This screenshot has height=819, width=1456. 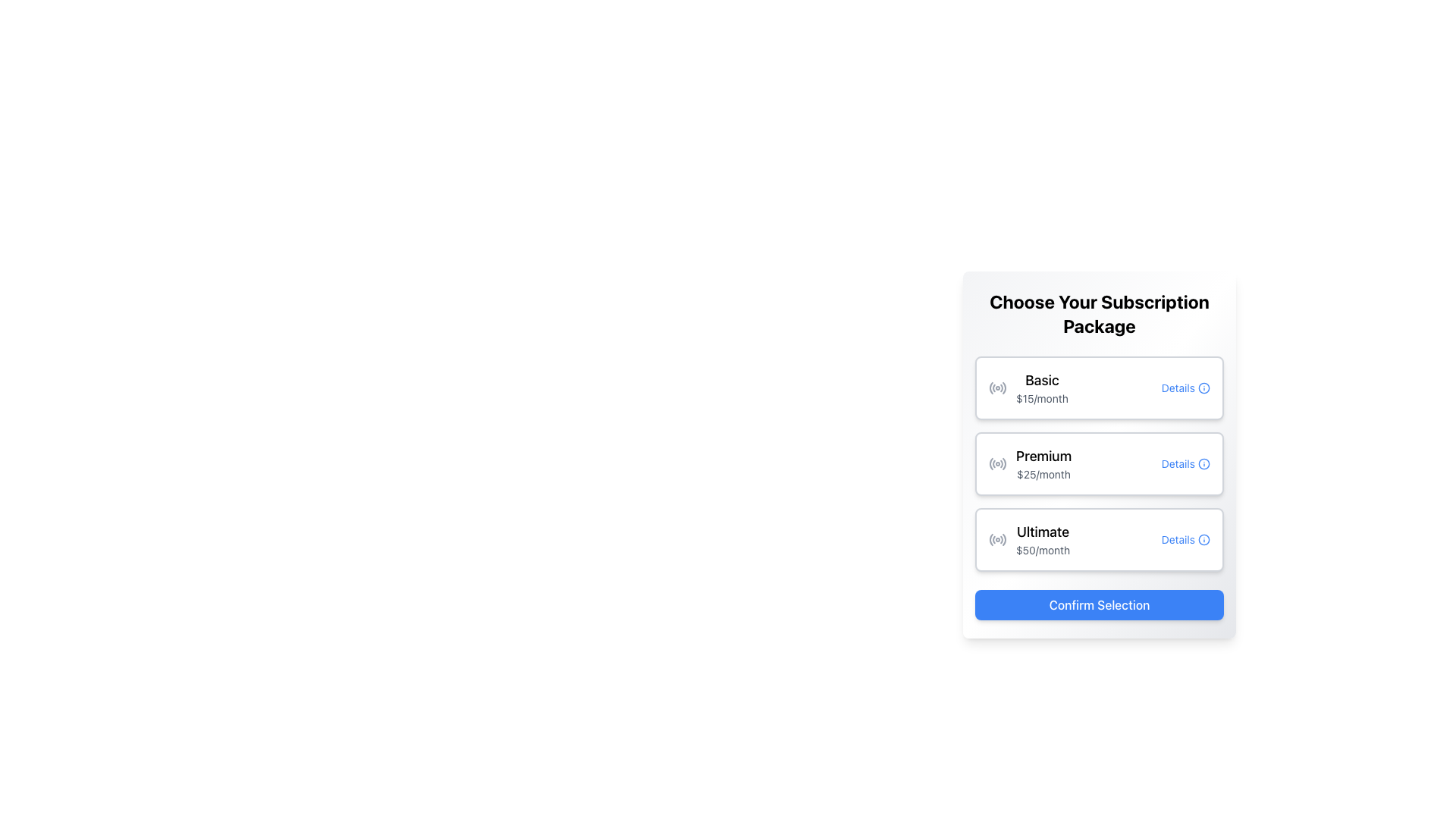 I want to click on the 'Ultimate' subscription plan card located at the bottom of the subscription options list, so click(x=1099, y=539).